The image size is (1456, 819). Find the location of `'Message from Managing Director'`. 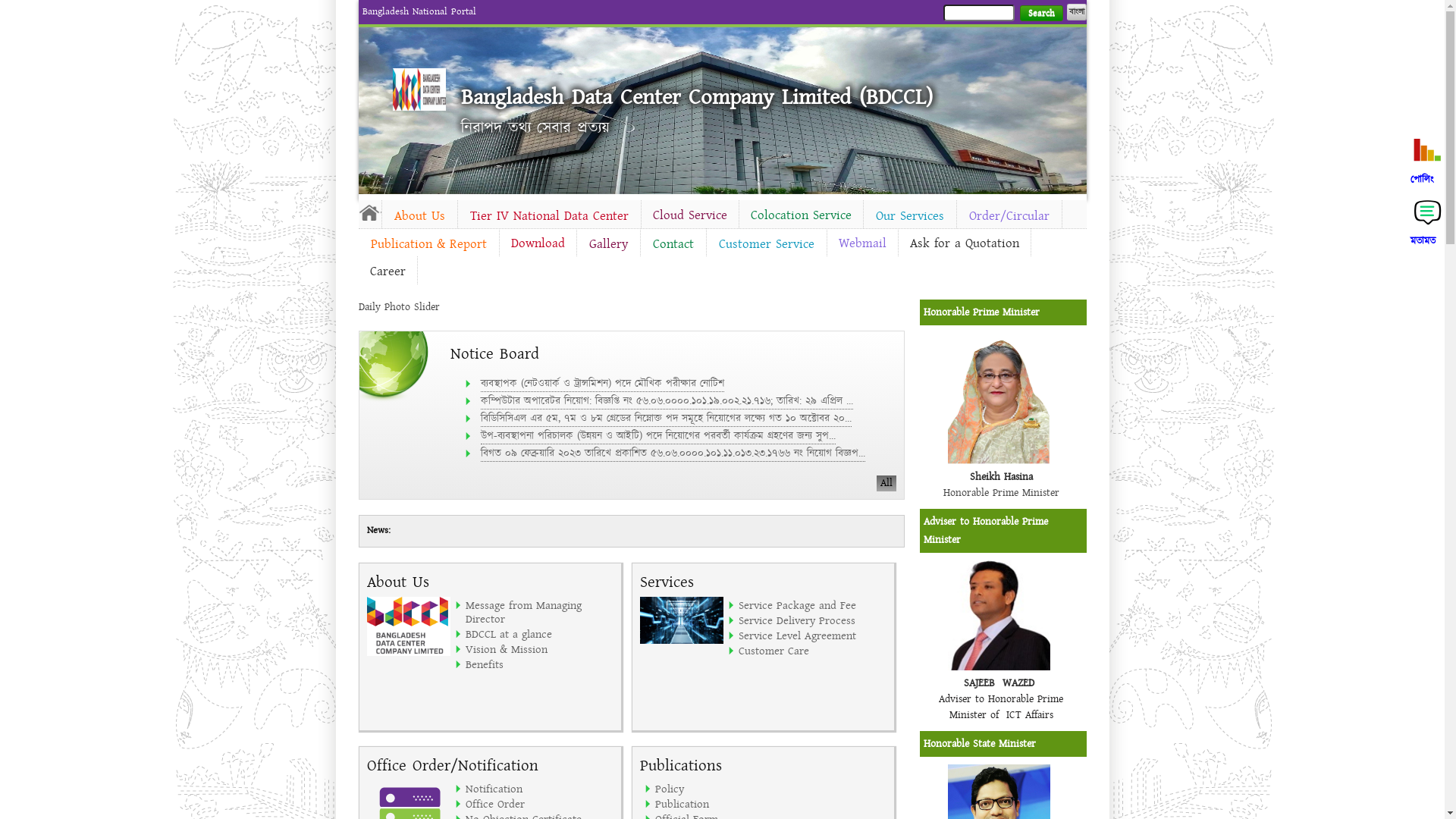

'Message from Managing Director' is located at coordinates (539, 610).